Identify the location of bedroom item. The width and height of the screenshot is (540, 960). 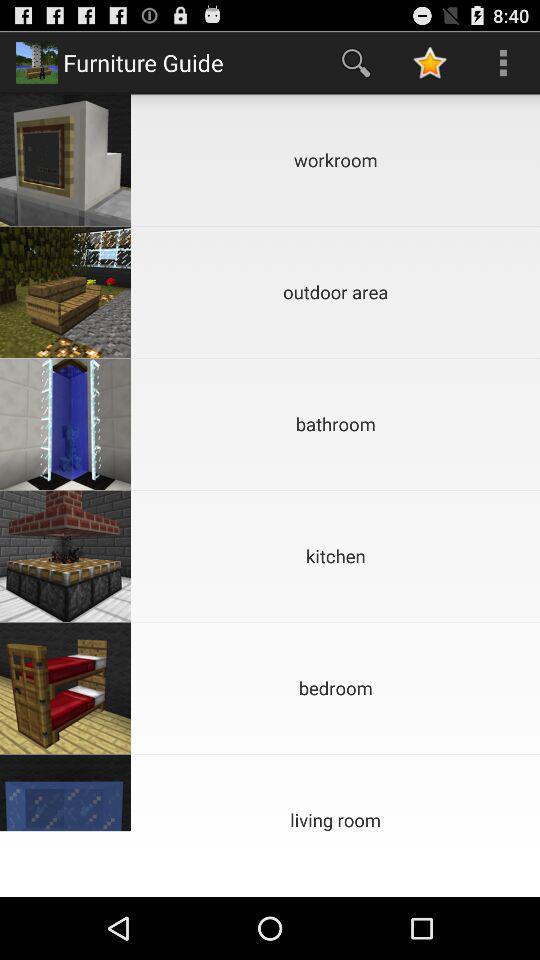
(335, 688).